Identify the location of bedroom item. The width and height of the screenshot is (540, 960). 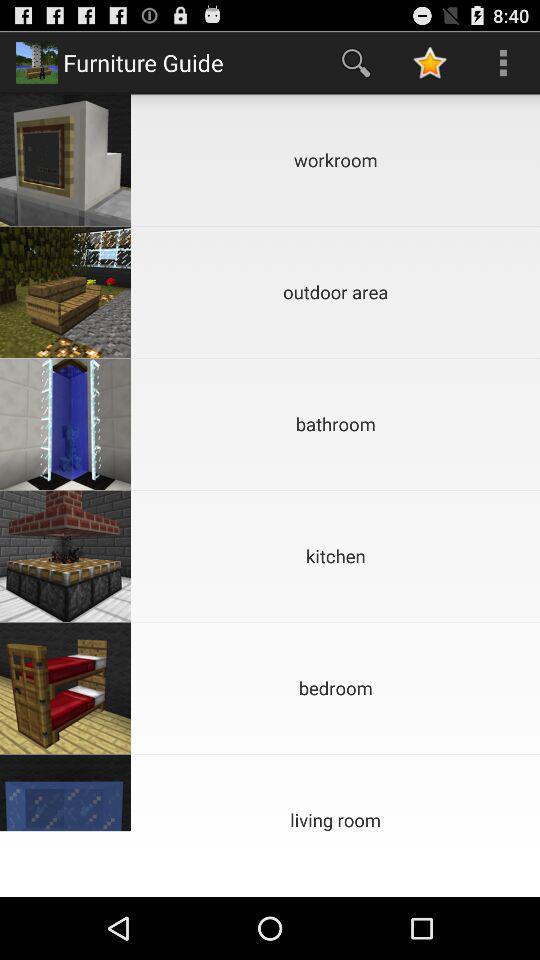
(335, 688).